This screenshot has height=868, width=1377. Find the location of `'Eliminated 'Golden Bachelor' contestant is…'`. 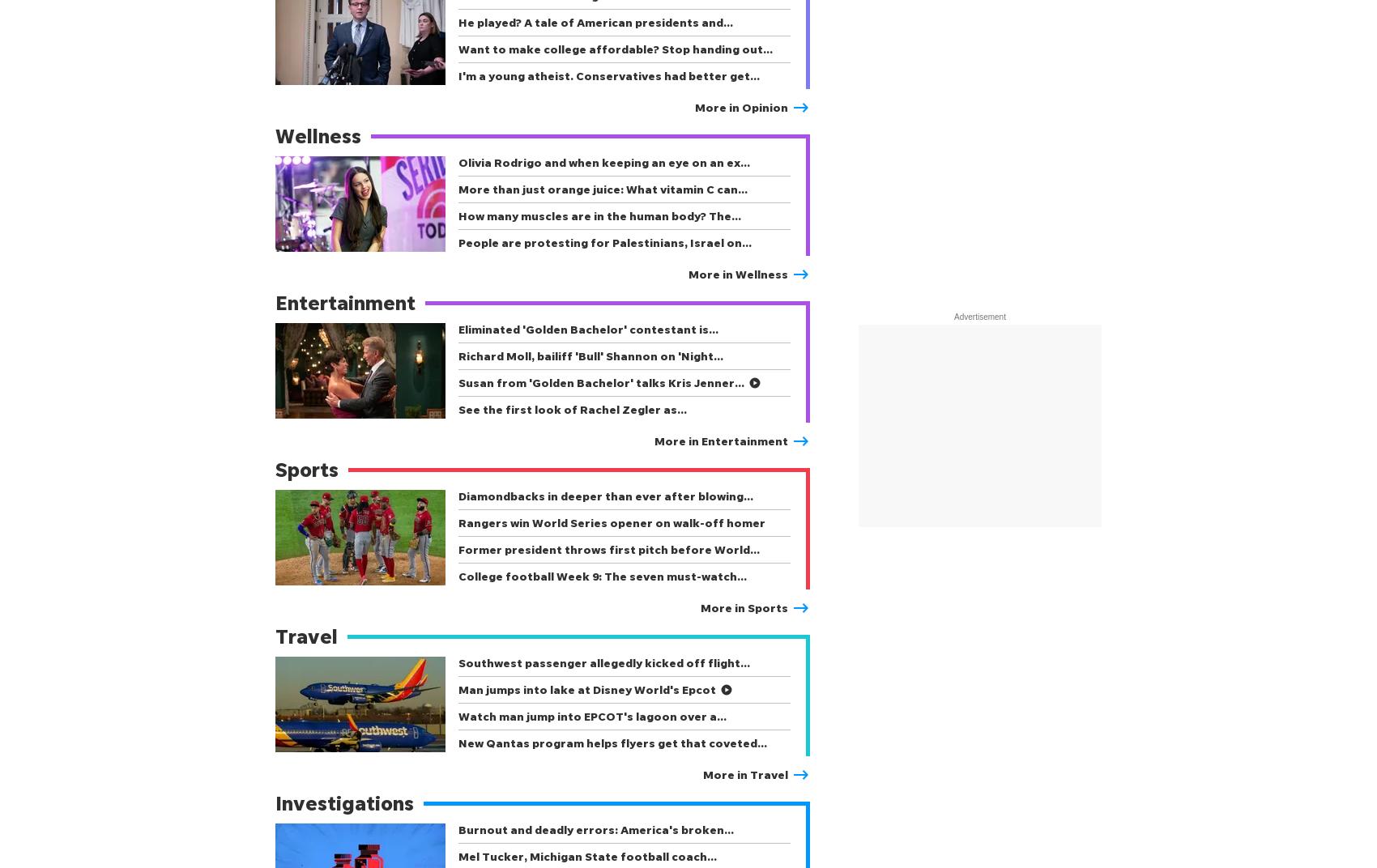

'Eliminated 'Golden Bachelor' contestant is…' is located at coordinates (457, 328).